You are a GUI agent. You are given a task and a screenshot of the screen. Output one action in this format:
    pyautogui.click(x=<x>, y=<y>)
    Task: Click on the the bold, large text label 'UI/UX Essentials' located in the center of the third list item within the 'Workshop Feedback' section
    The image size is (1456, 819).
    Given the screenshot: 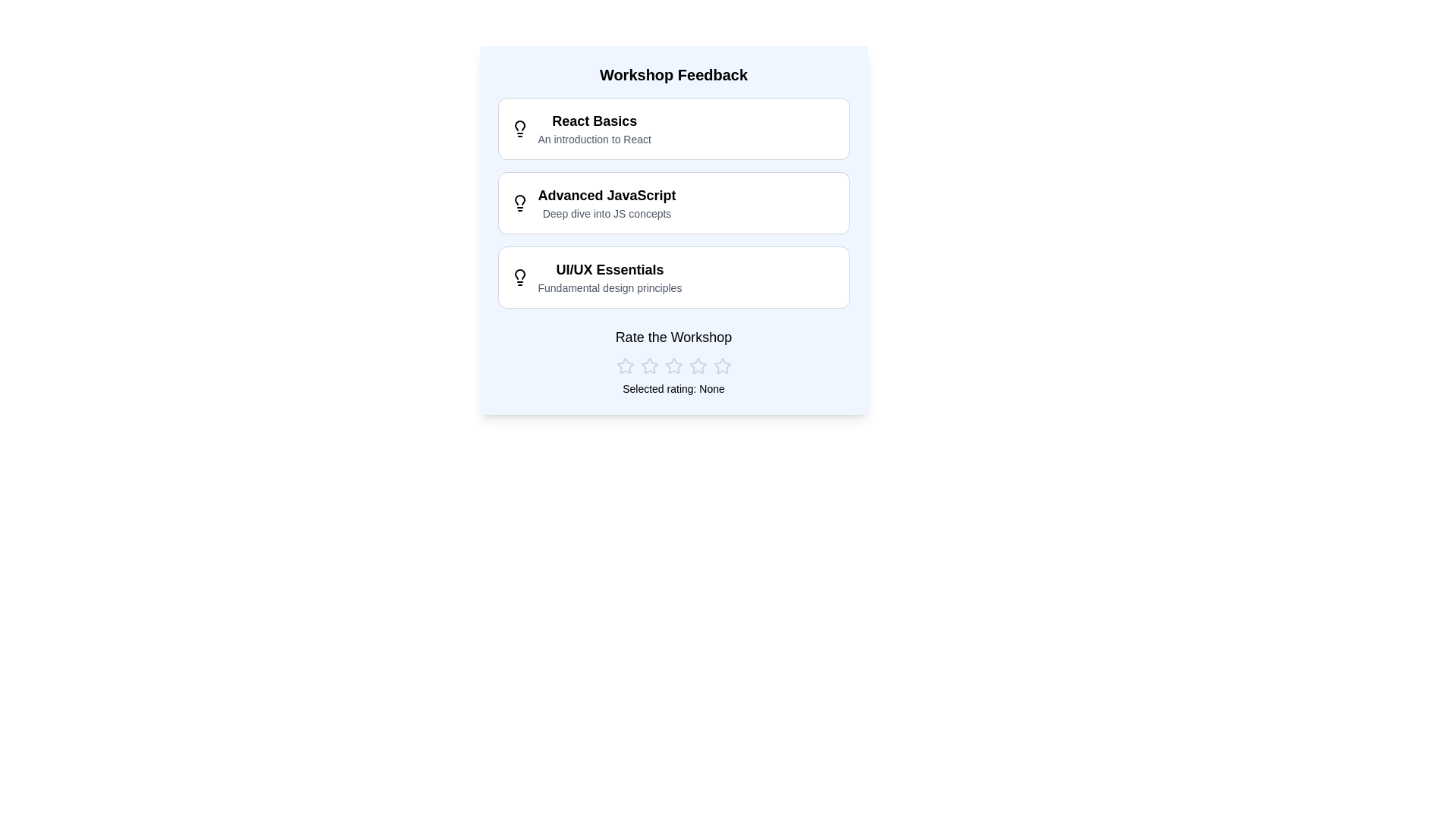 What is the action you would take?
    pyautogui.click(x=610, y=268)
    